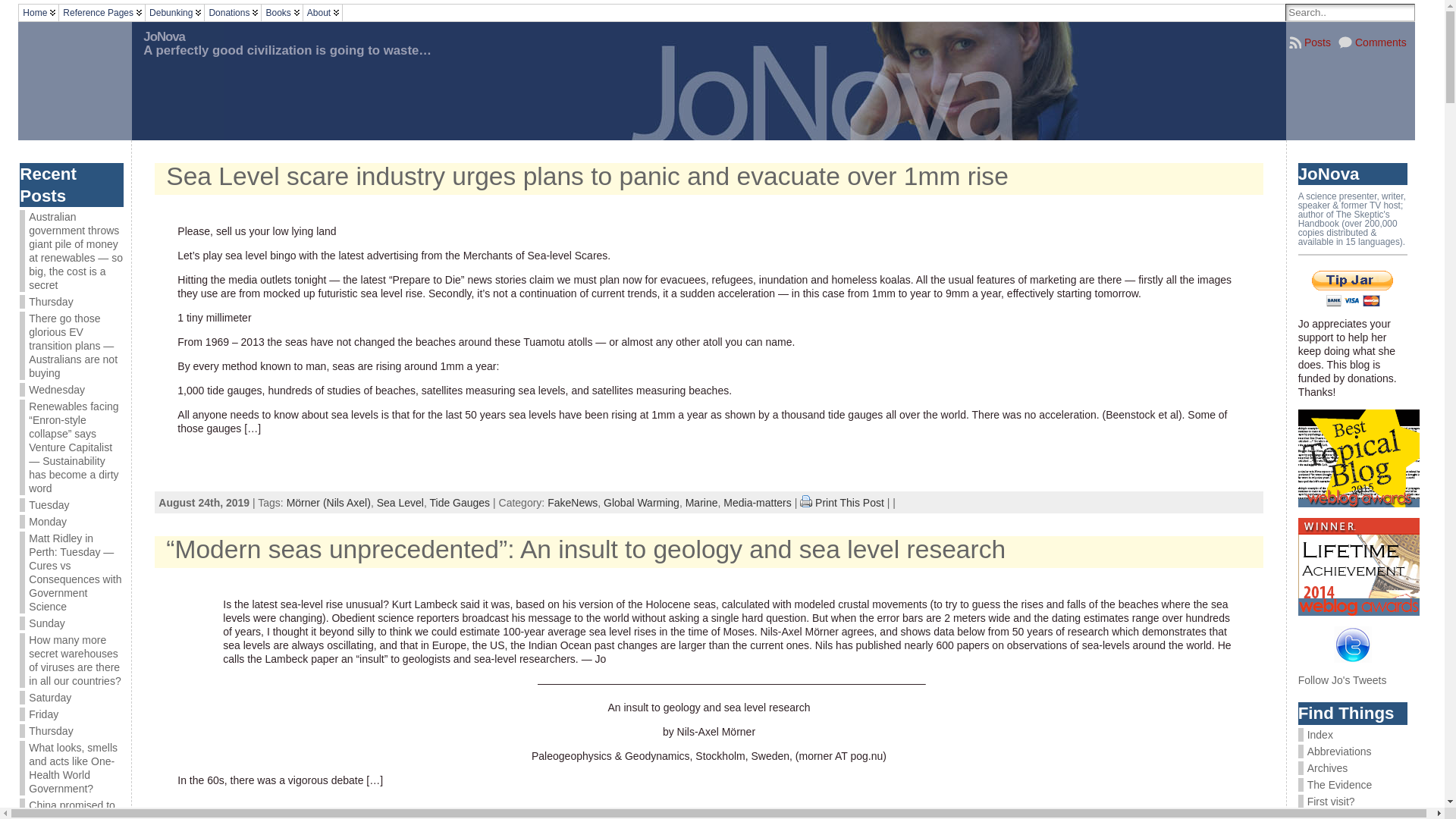 The image size is (1456, 819). I want to click on 'Posts', so click(1309, 42).